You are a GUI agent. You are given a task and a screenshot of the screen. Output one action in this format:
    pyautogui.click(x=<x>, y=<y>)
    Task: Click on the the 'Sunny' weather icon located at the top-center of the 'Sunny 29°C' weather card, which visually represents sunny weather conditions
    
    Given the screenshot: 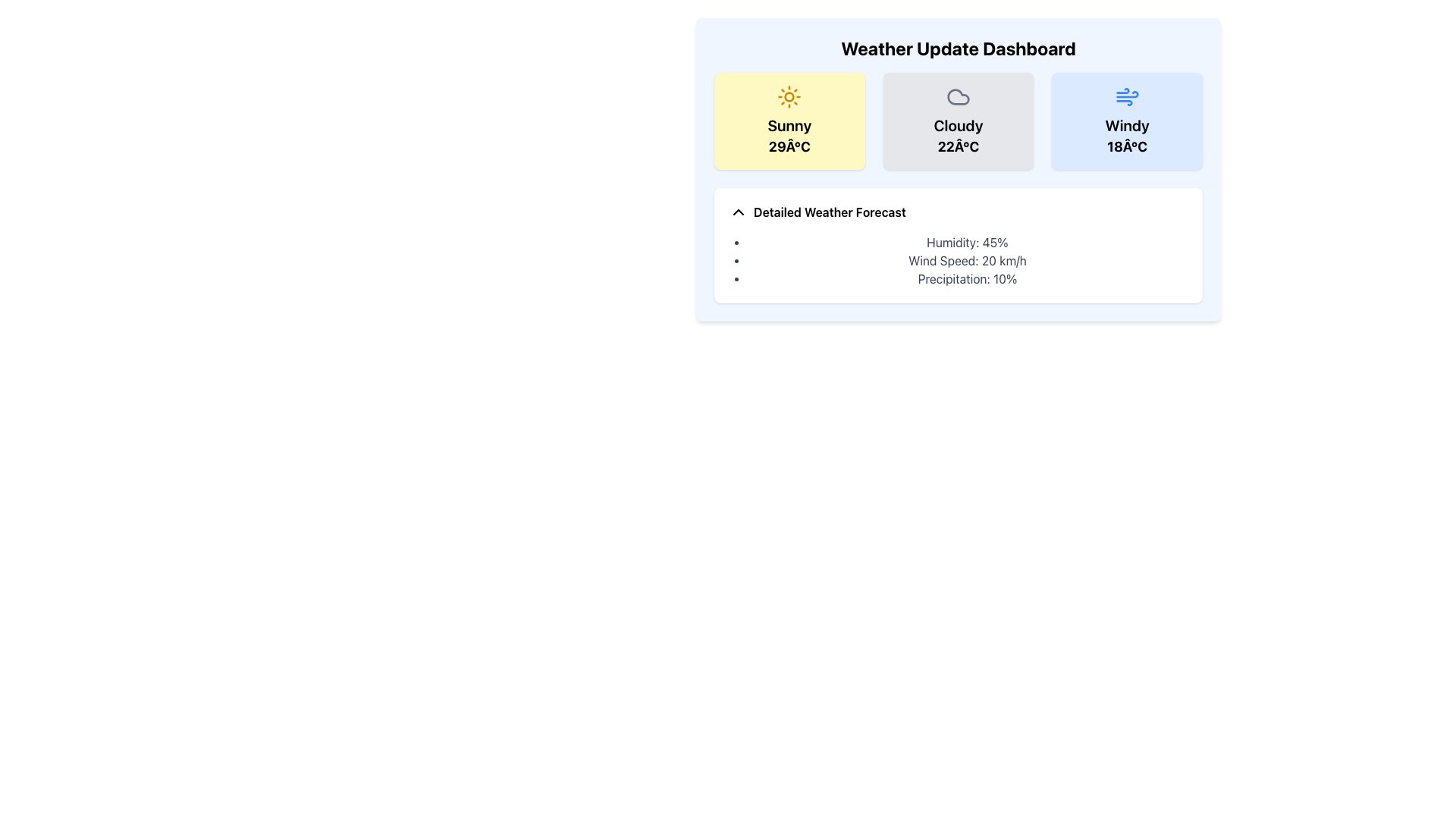 What is the action you would take?
    pyautogui.click(x=789, y=96)
    